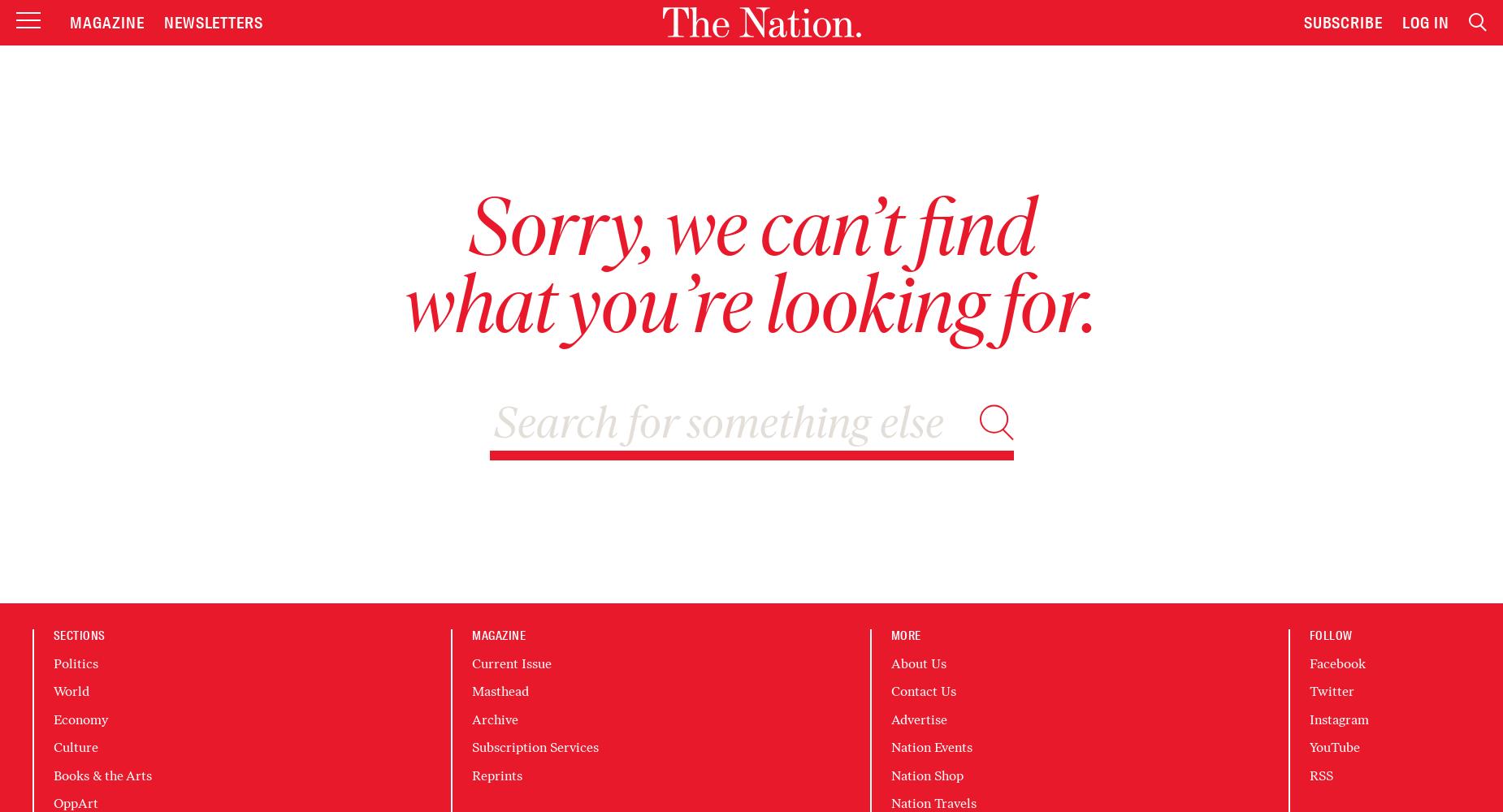 Image resolution: width=1503 pixels, height=812 pixels. I want to click on 'Current Issue', so click(511, 663).